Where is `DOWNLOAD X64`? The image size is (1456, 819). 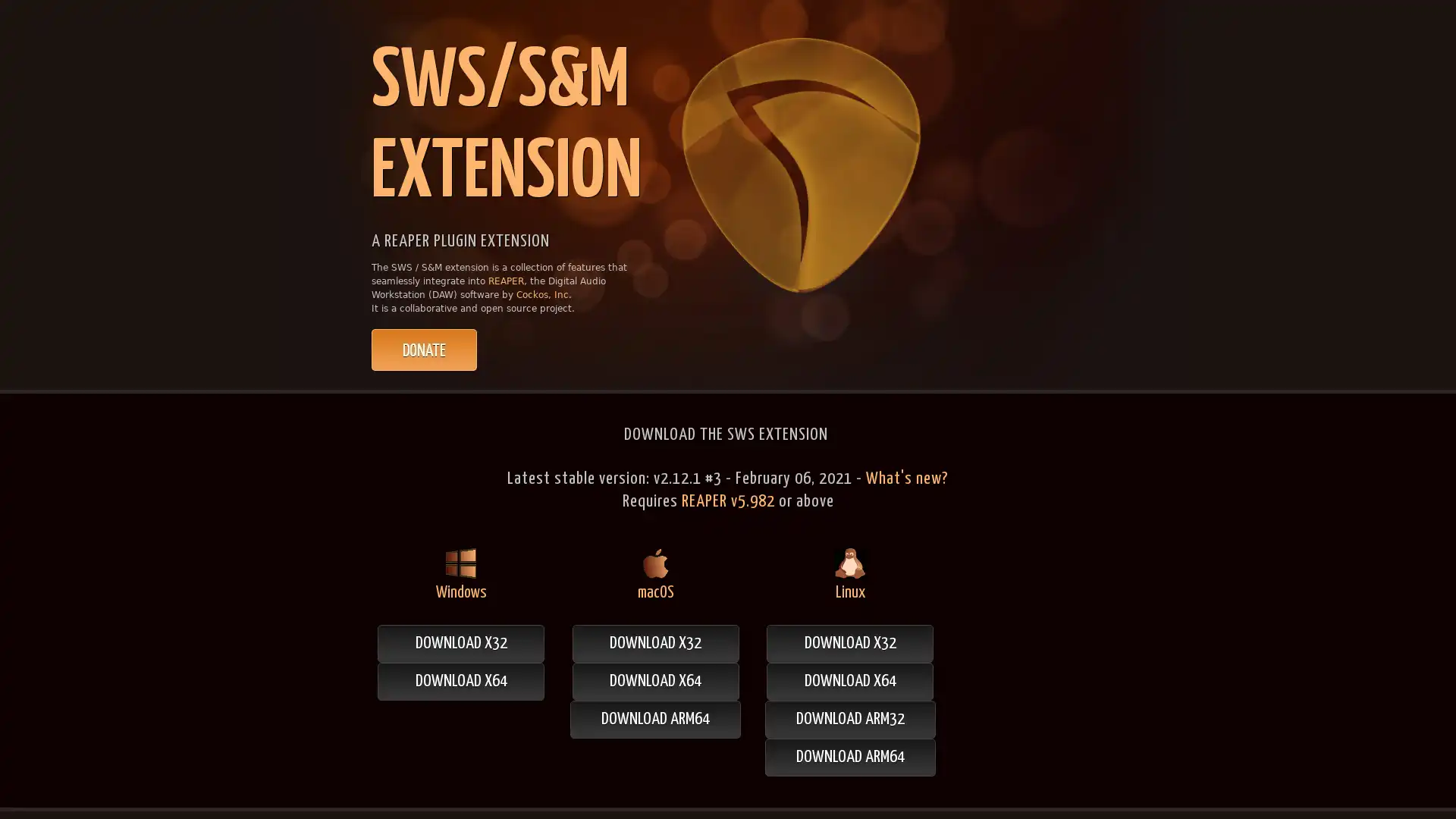
DOWNLOAD X64 is located at coordinates (971, 680).